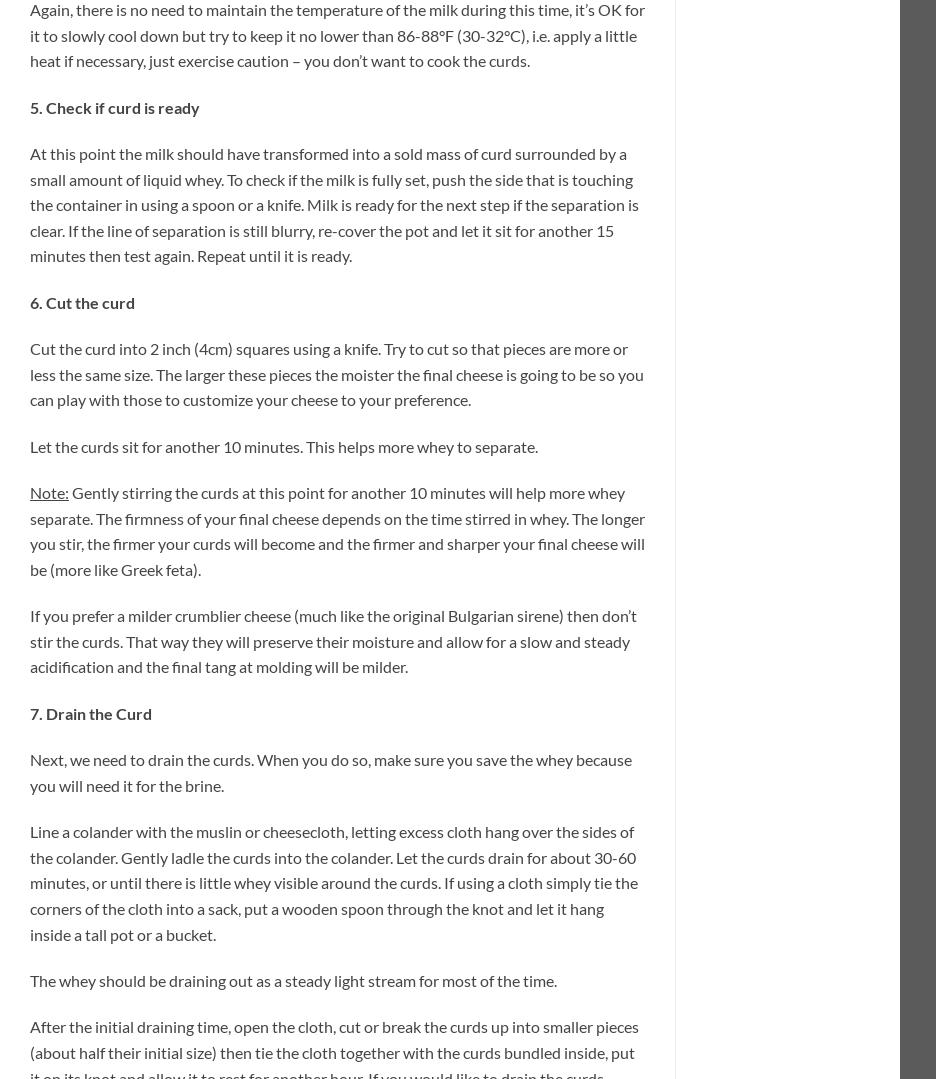 The width and height of the screenshot is (936, 1079). Describe the element at coordinates (29, 445) in the screenshot. I see `'Let the curds sit for another 10 minutes. This helps more whey to separate.'` at that location.